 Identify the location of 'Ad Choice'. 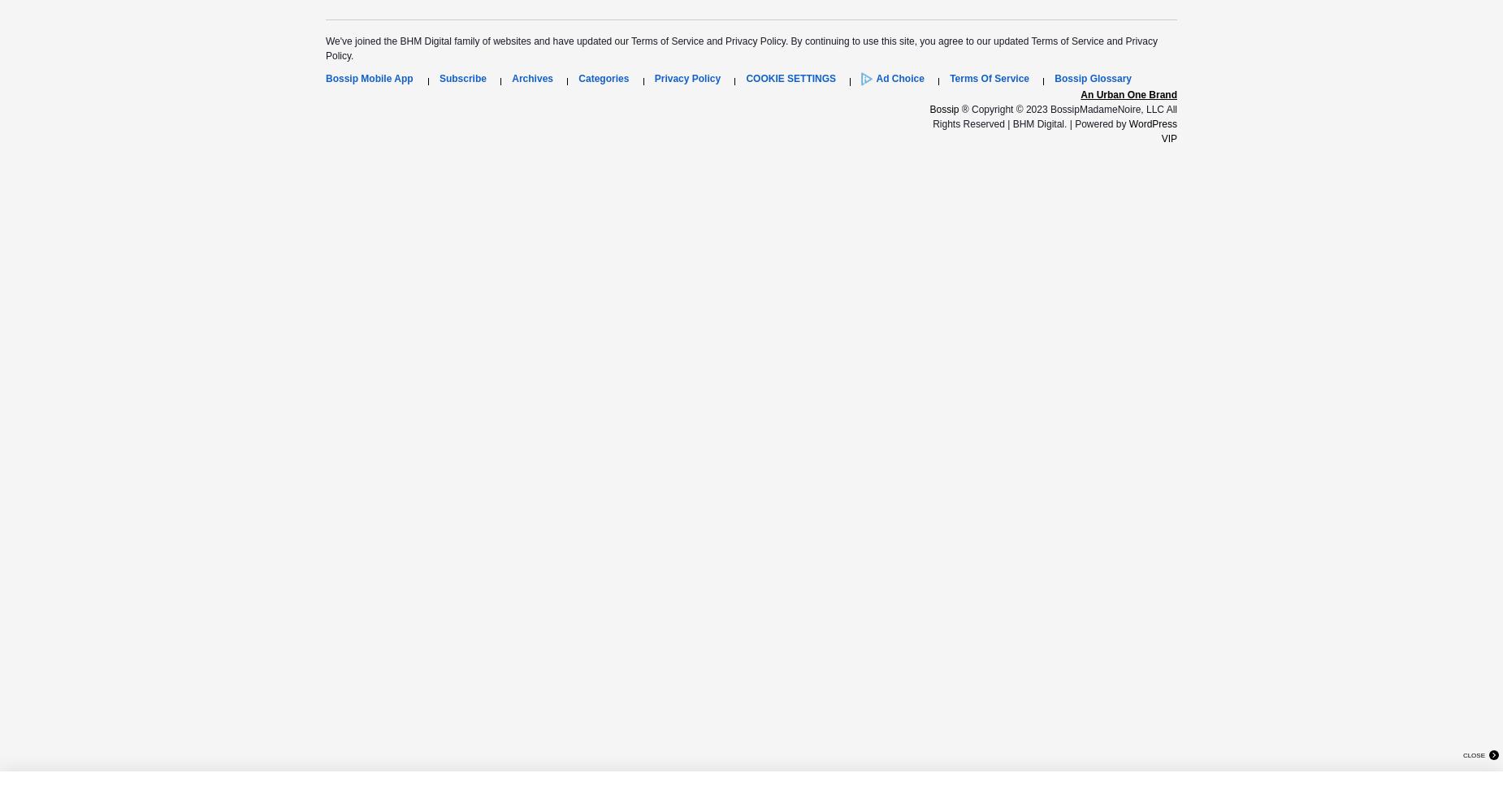
(899, 78).